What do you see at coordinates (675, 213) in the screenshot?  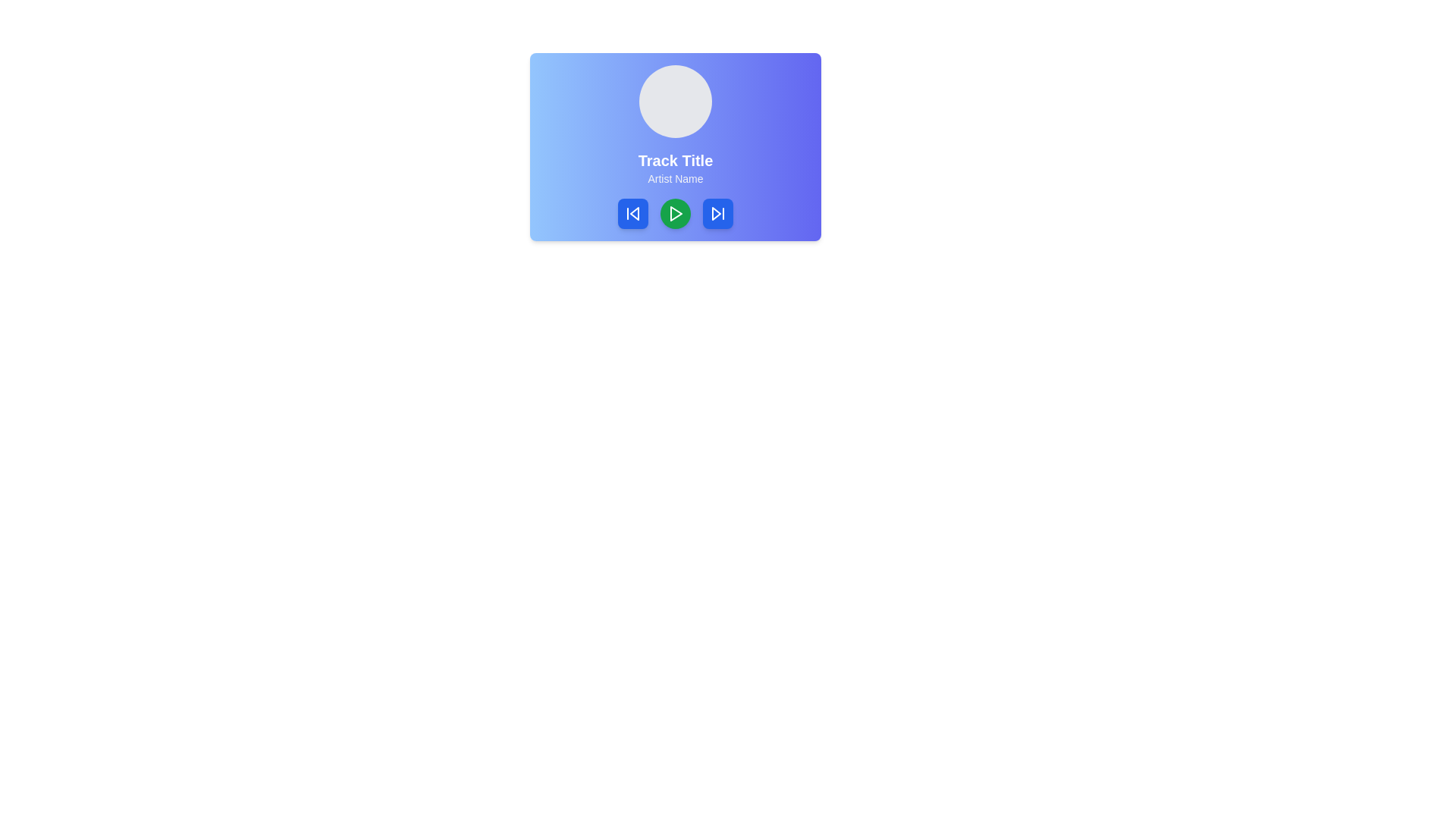 I see `the circular green button with a white triangular play icon to trigger the scaling animation` at bounding box center [675, 213].